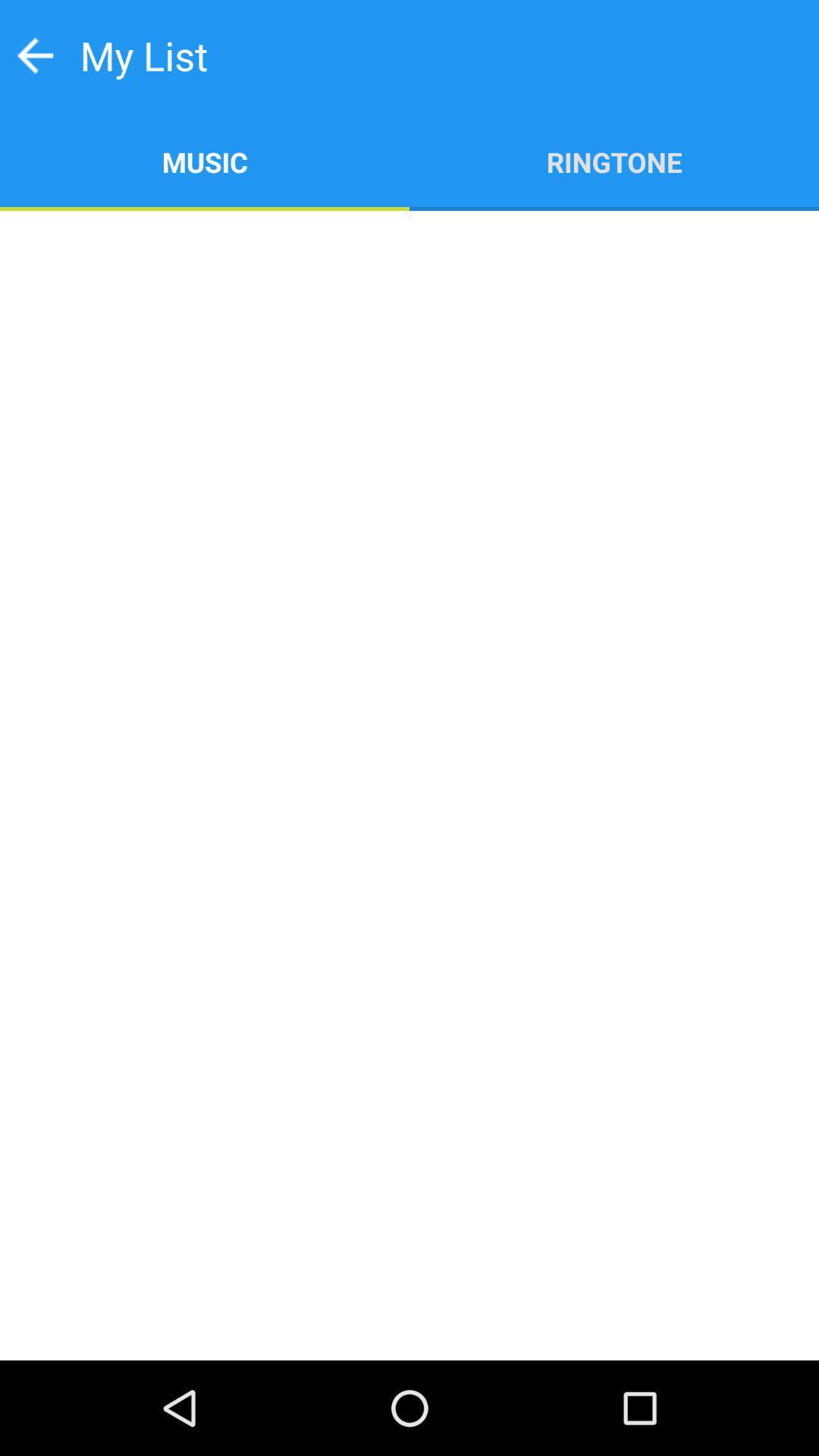 This screenshot has height=1456, width=819. Describe the element at coordinates (614, 161) in the screenshot. I see `the ringtone app` at that location.